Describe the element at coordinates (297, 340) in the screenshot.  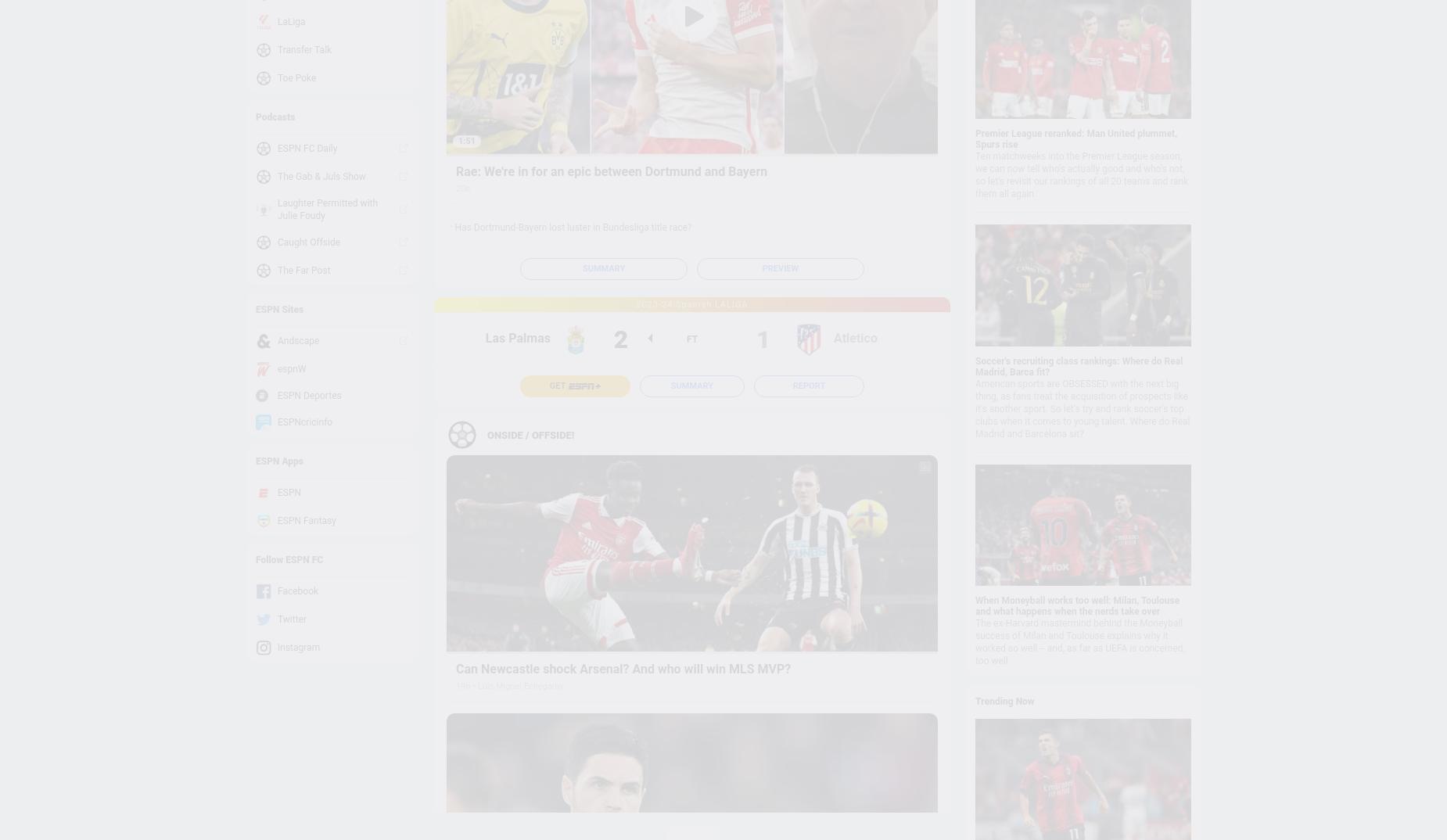
I see `'Andscape'` at that location.